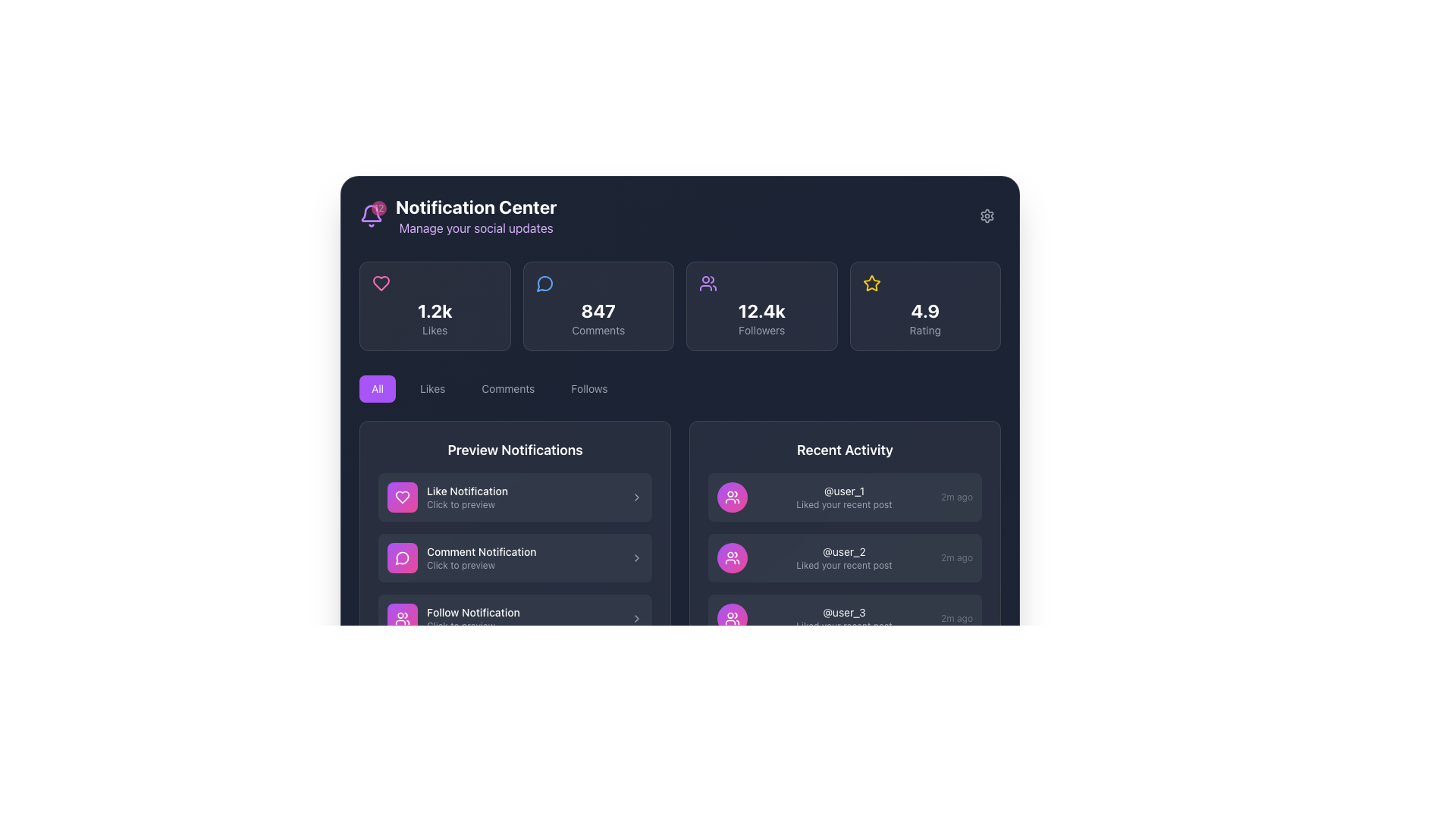  What do you see at coordinates (843, 611) in the screenshot?
I see `the Text label '@user_3' which identifies the user associated with the notification of interaction in the 'Recent Activity' section` at bounding box center [843, 611].